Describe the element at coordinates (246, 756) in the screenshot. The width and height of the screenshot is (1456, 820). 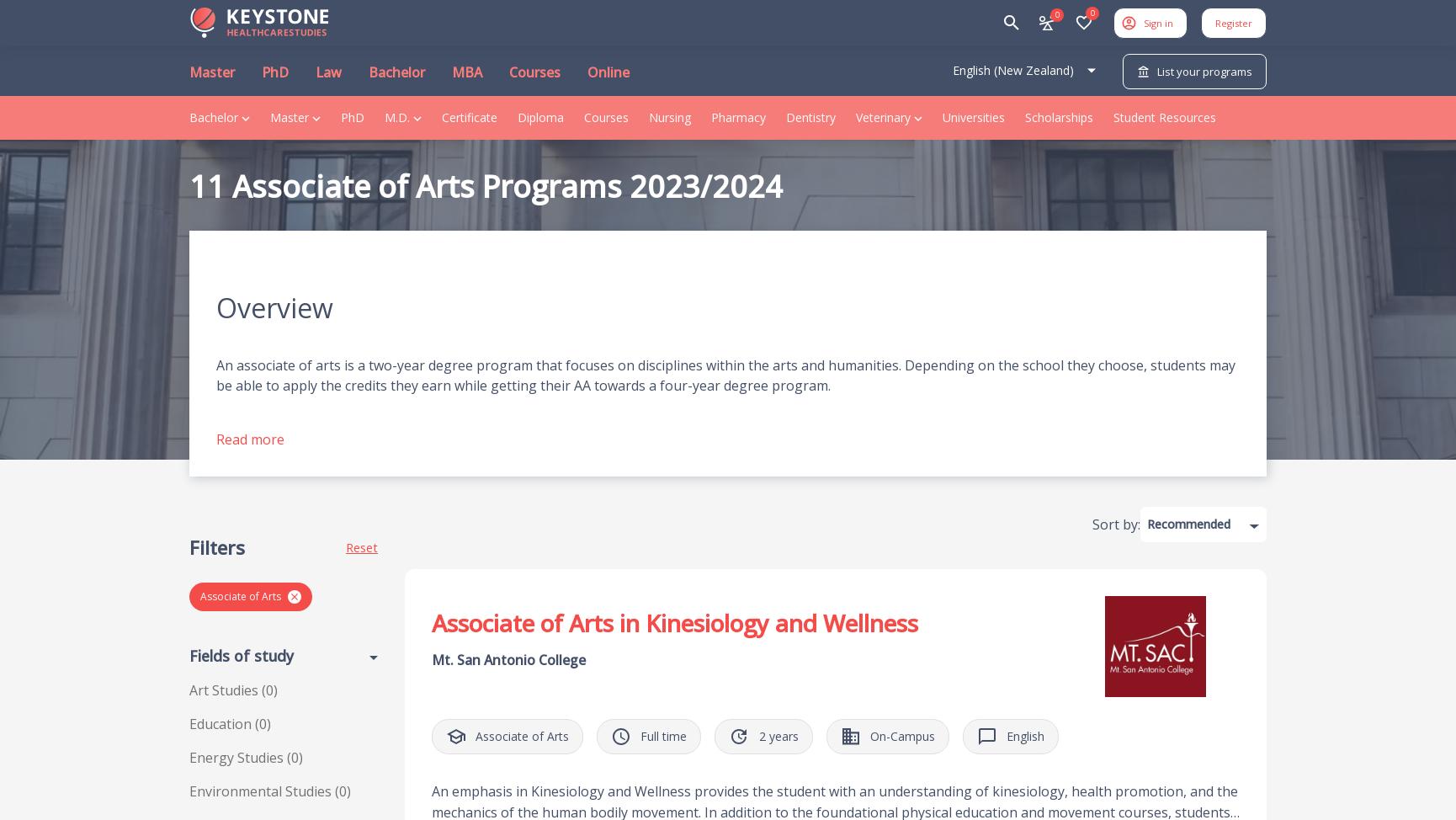
I see `'Energy Studies (0)'` at that location.